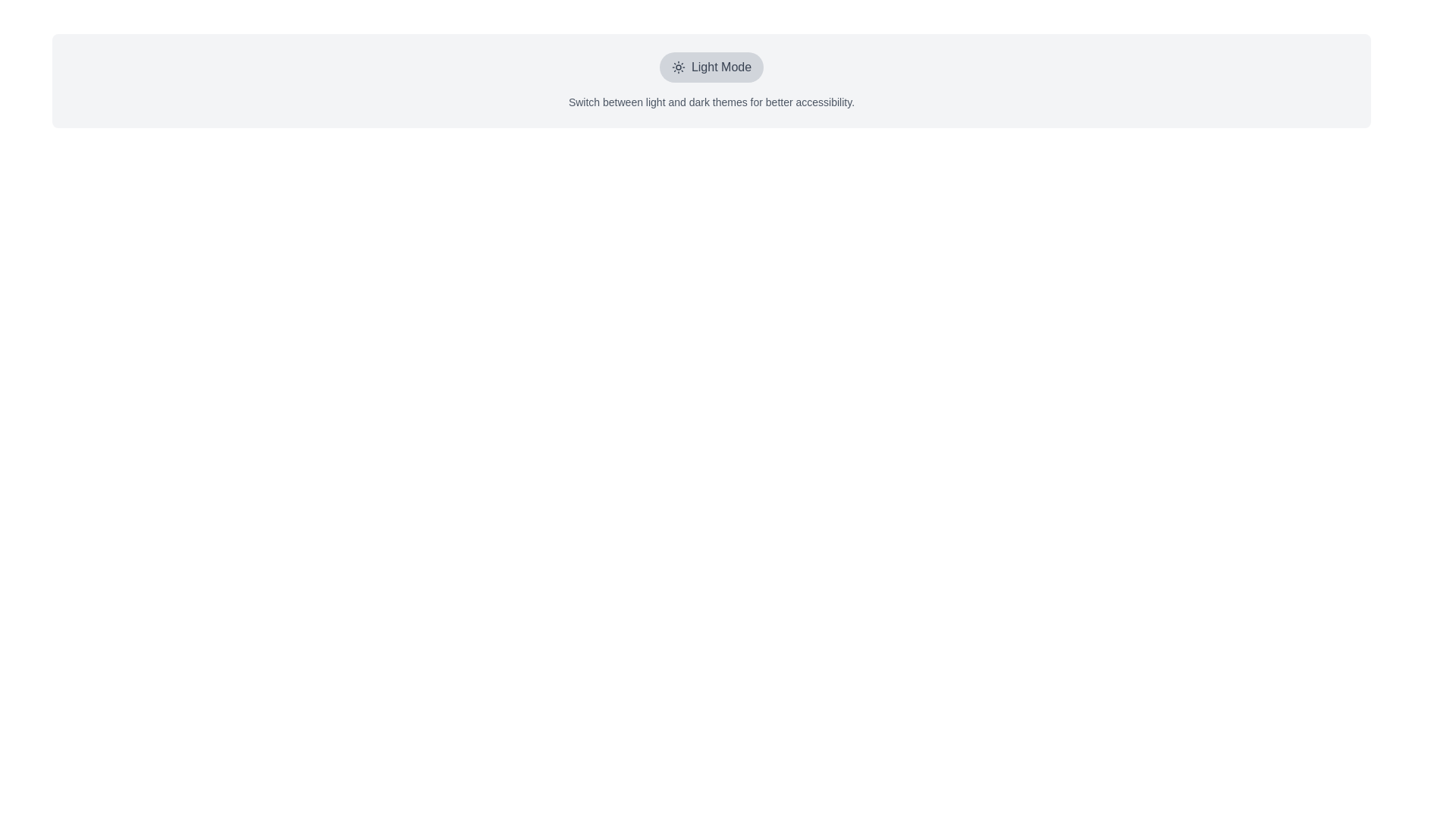  What do you see at coordinates (711, 102) in the screenshot?
I see `the text label that contains the snippet 'Switch between light and dark themes for better accessibility.' which is styled in small gray font and located beneath the 'Light Mode' text` at bounding box center [711, 102].